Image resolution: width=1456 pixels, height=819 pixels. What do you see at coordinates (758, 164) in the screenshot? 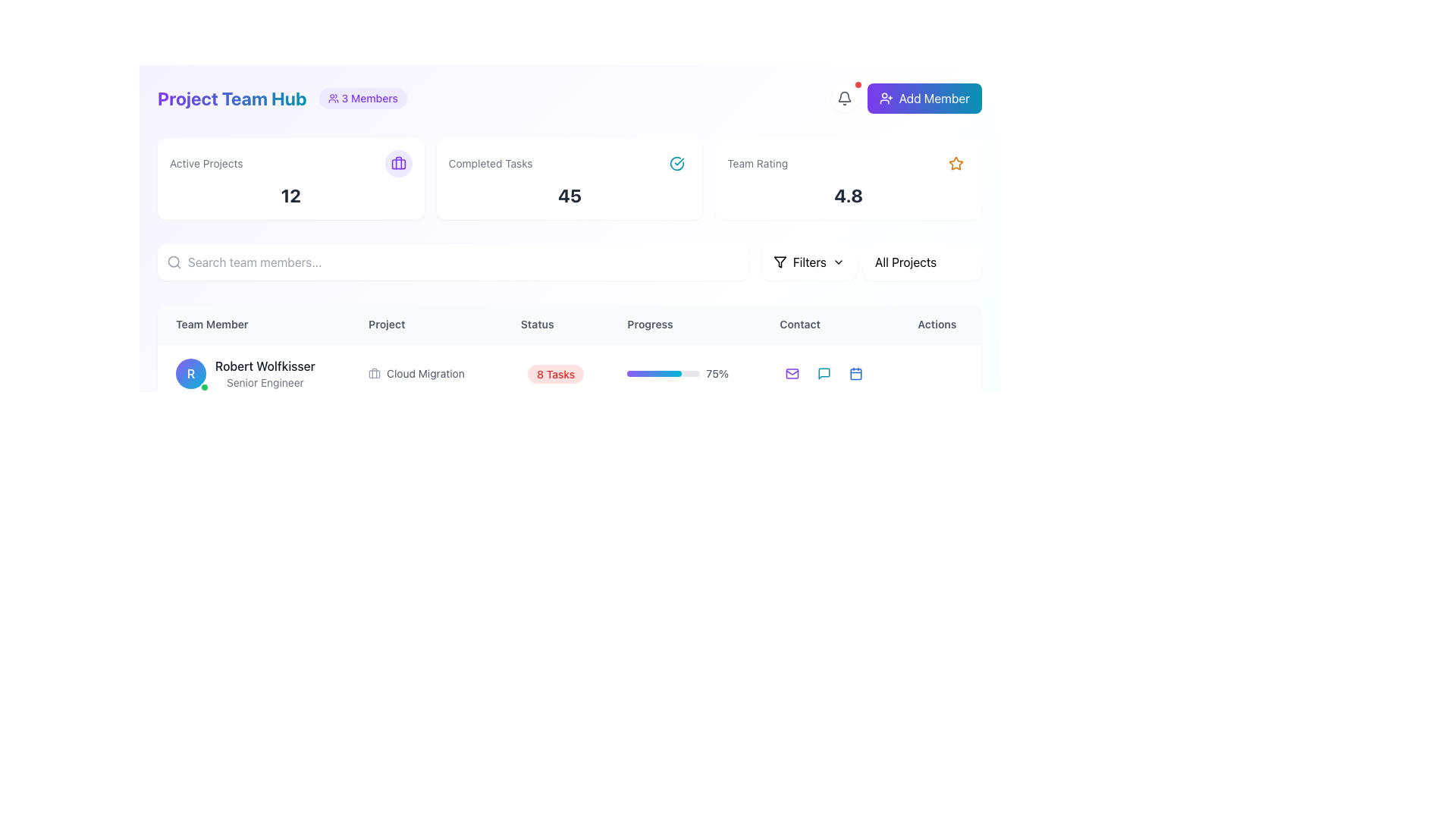
I see `the text label that describes the adjacent numerical value representing a team rating or score, located at the top-right part of the layout` at bounding box center [758, 164].